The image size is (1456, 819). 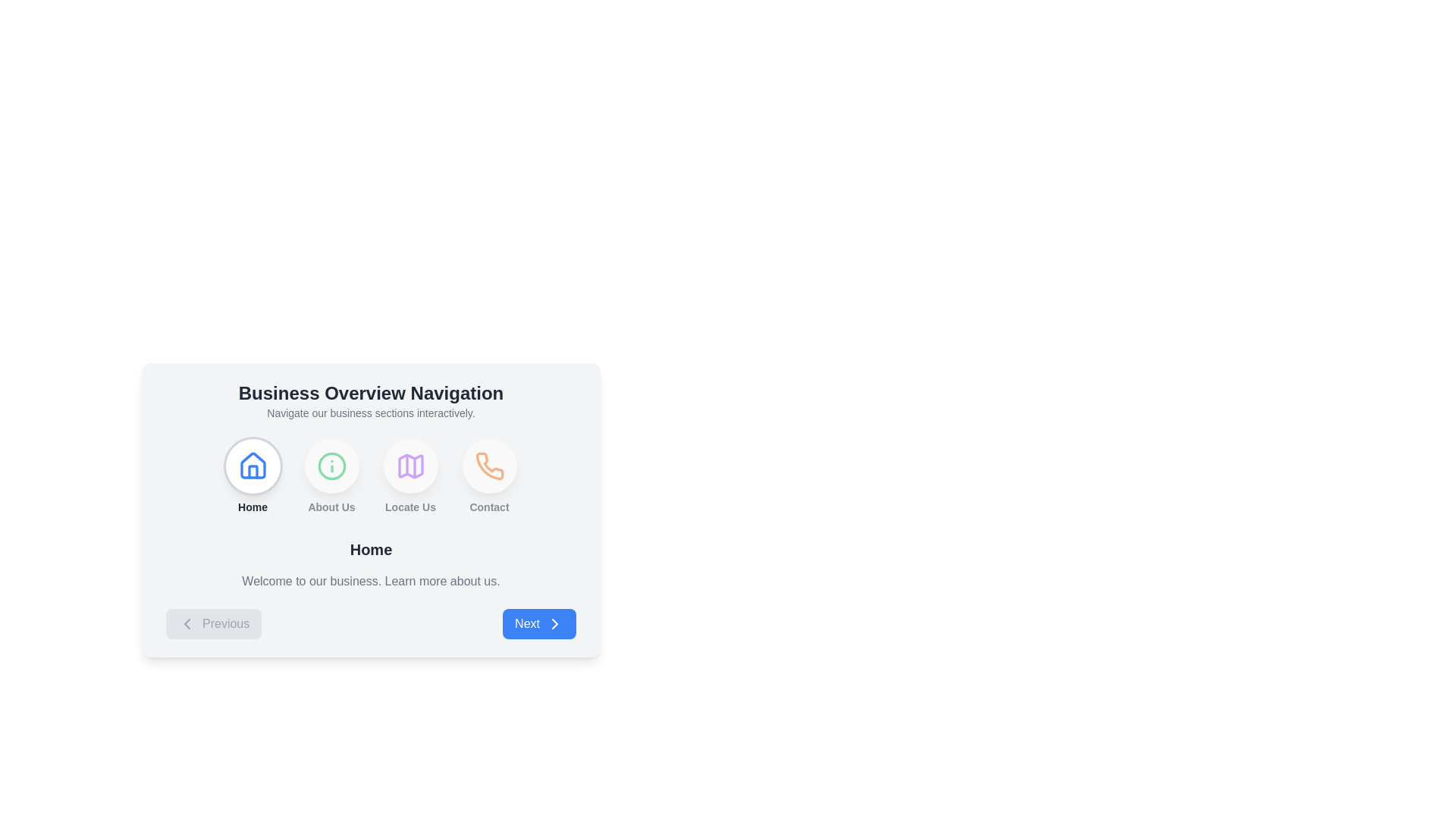 What do you see at coordinates (331, 507) in the screenshot?
I see `'About Us' text label located below the information icon in the Business Overview Navigation section to understand the associated feature` at bounding box center [331, 507].